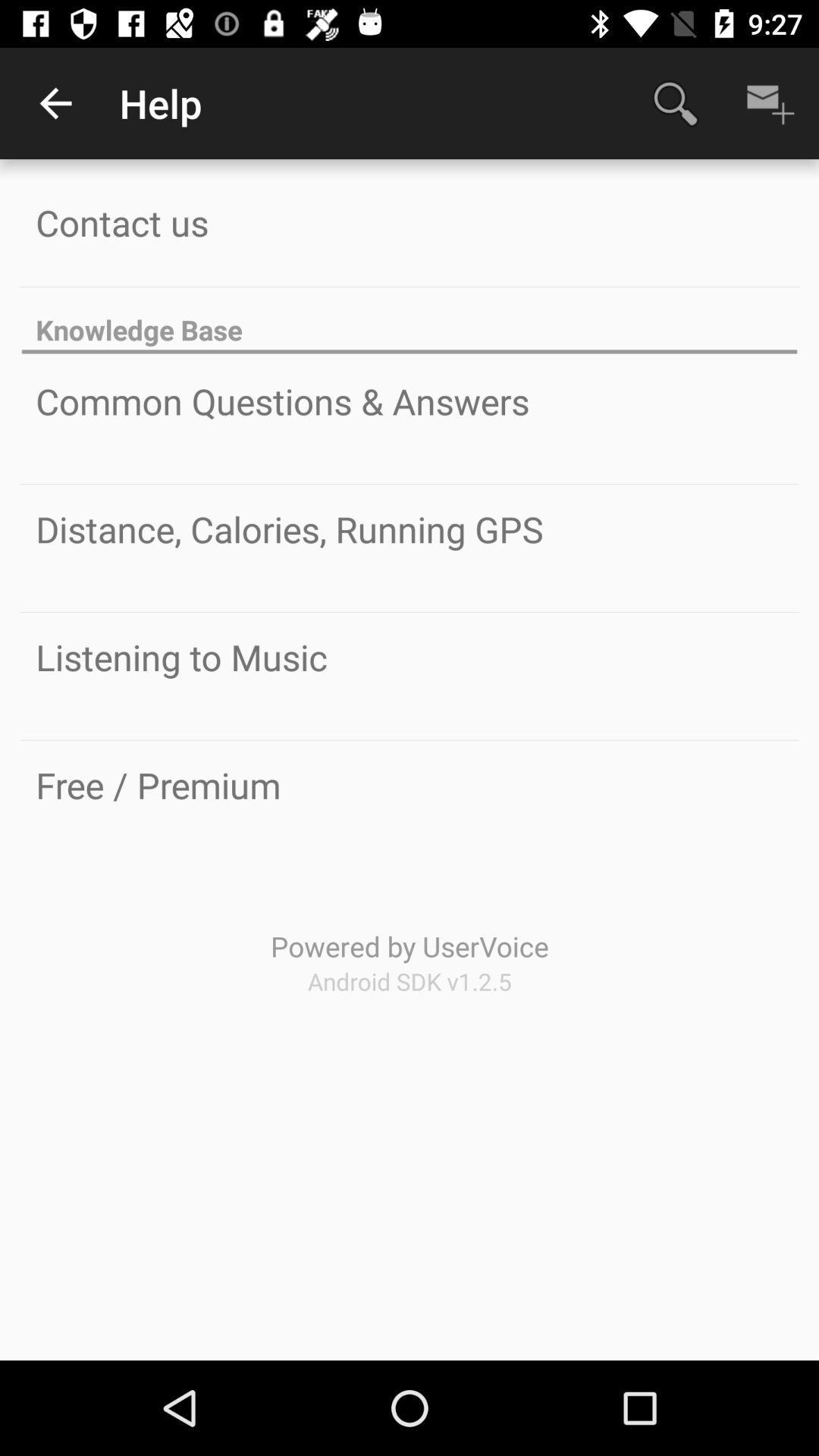 The width and height of the screenshot is (819, 1456). I want to click on the android sdk v1 item, so click(409, 981).